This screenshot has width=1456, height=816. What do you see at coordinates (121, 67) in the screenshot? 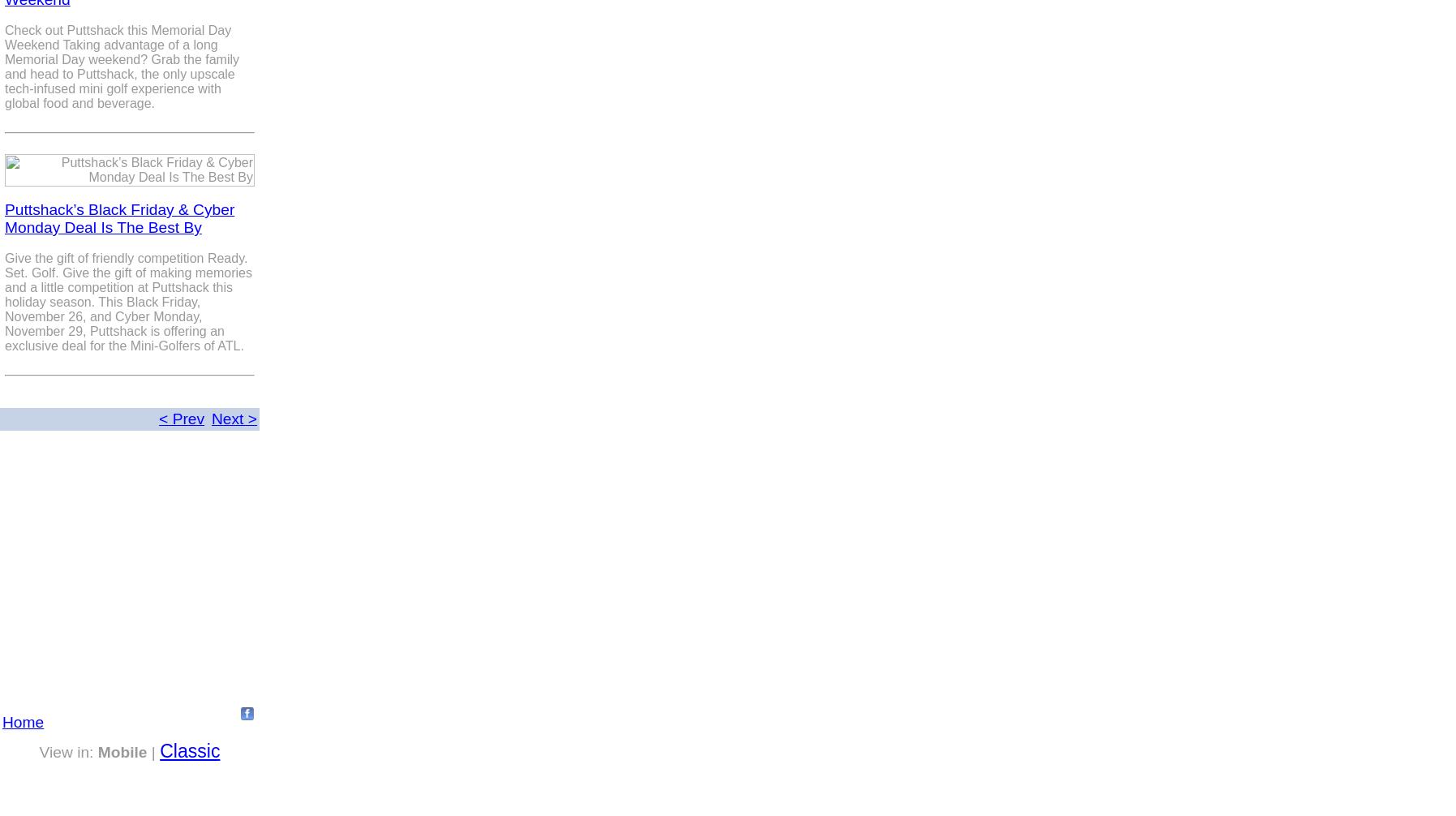
I see `'Check out Puttshack this Memorial Day Weekend Taking advantage of a long Memorial Day weekend?  Grab the family and head to Puttshack, the only upscale tech-infused mini golf experience with global food and beverage.'` at bounding box center [121, 67].